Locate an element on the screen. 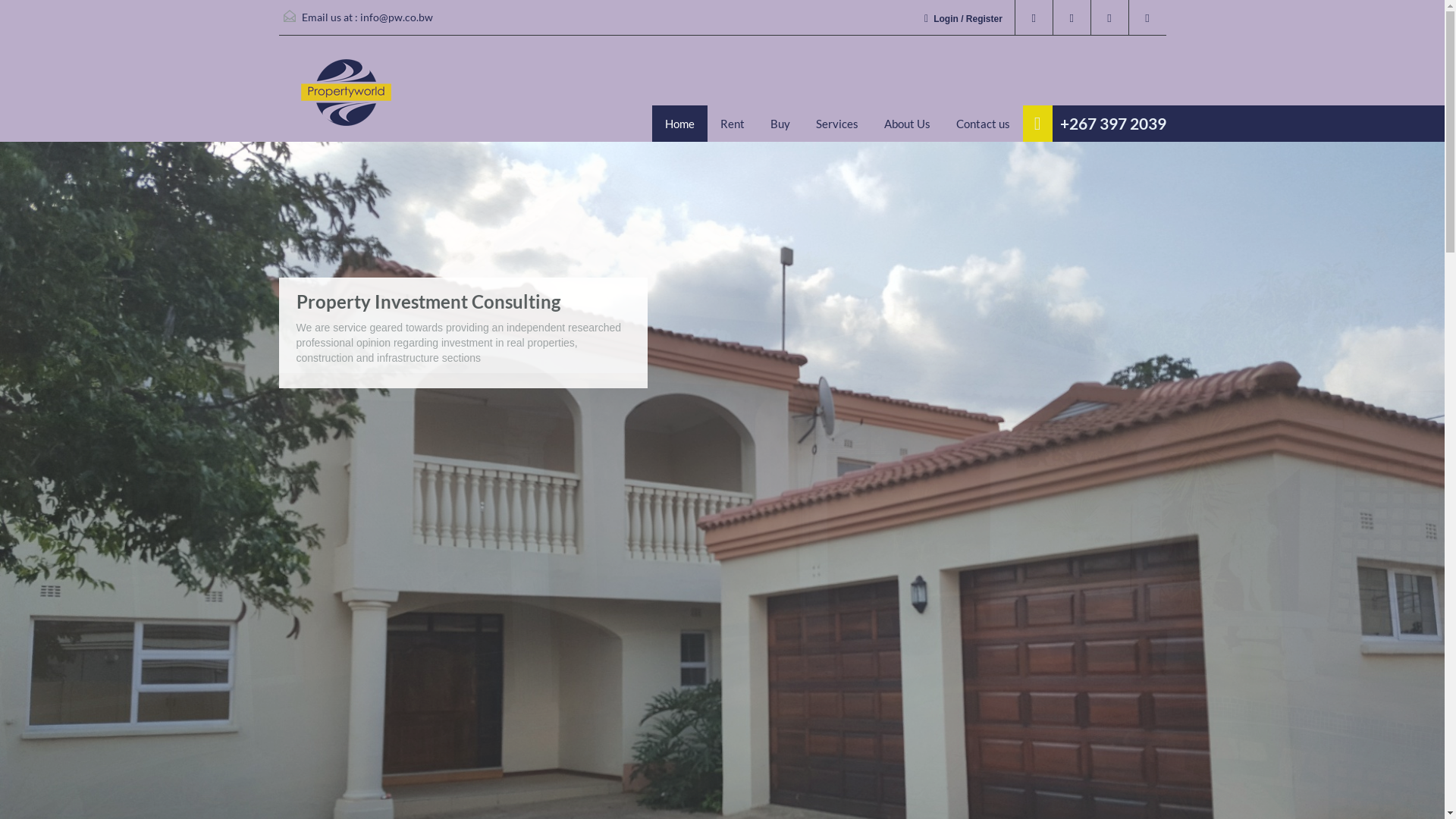 Image resolution: width=1456 pixels, height=819 pixels. 'Contact us' is located at coordinates (983, 122).